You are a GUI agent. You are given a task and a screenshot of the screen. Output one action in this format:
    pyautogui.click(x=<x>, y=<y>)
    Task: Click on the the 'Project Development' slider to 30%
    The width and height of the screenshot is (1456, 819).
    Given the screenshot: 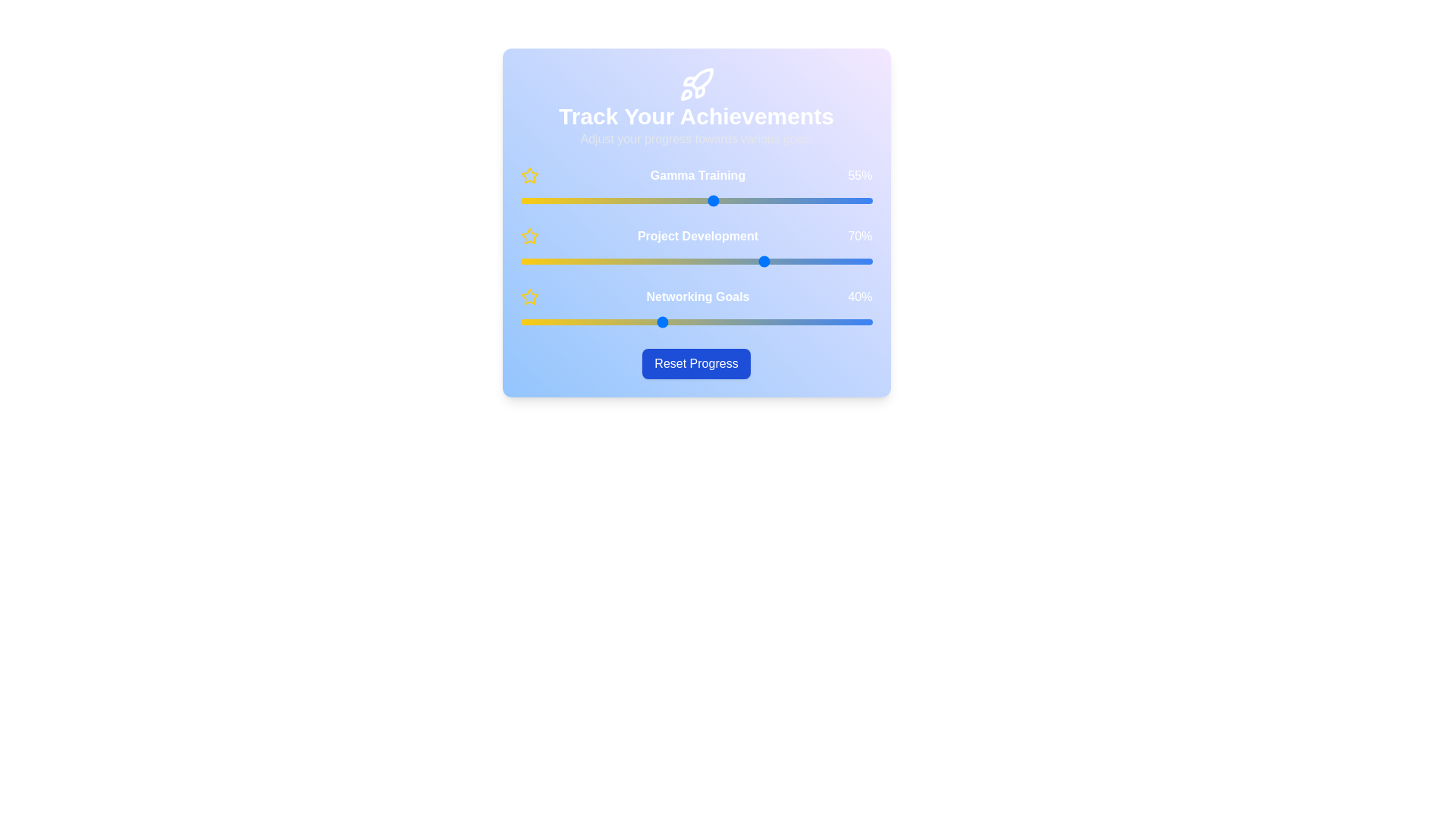 What is the action you would take?
    pyautogui.click(x=626, y=260)
    